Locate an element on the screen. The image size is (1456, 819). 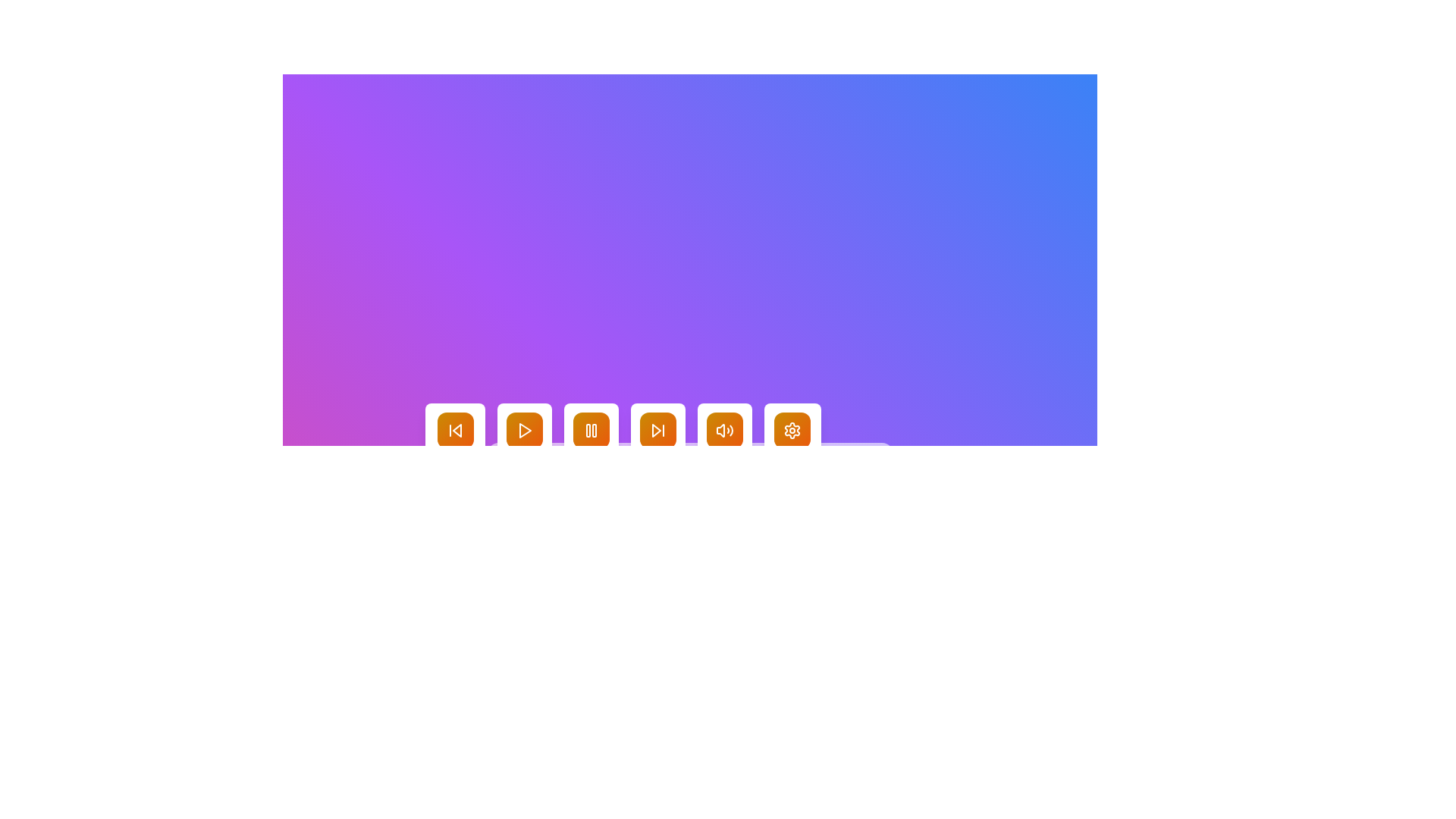
the pause button located in the control bar at the bottom of the interface is located at coordinates (623, 441).